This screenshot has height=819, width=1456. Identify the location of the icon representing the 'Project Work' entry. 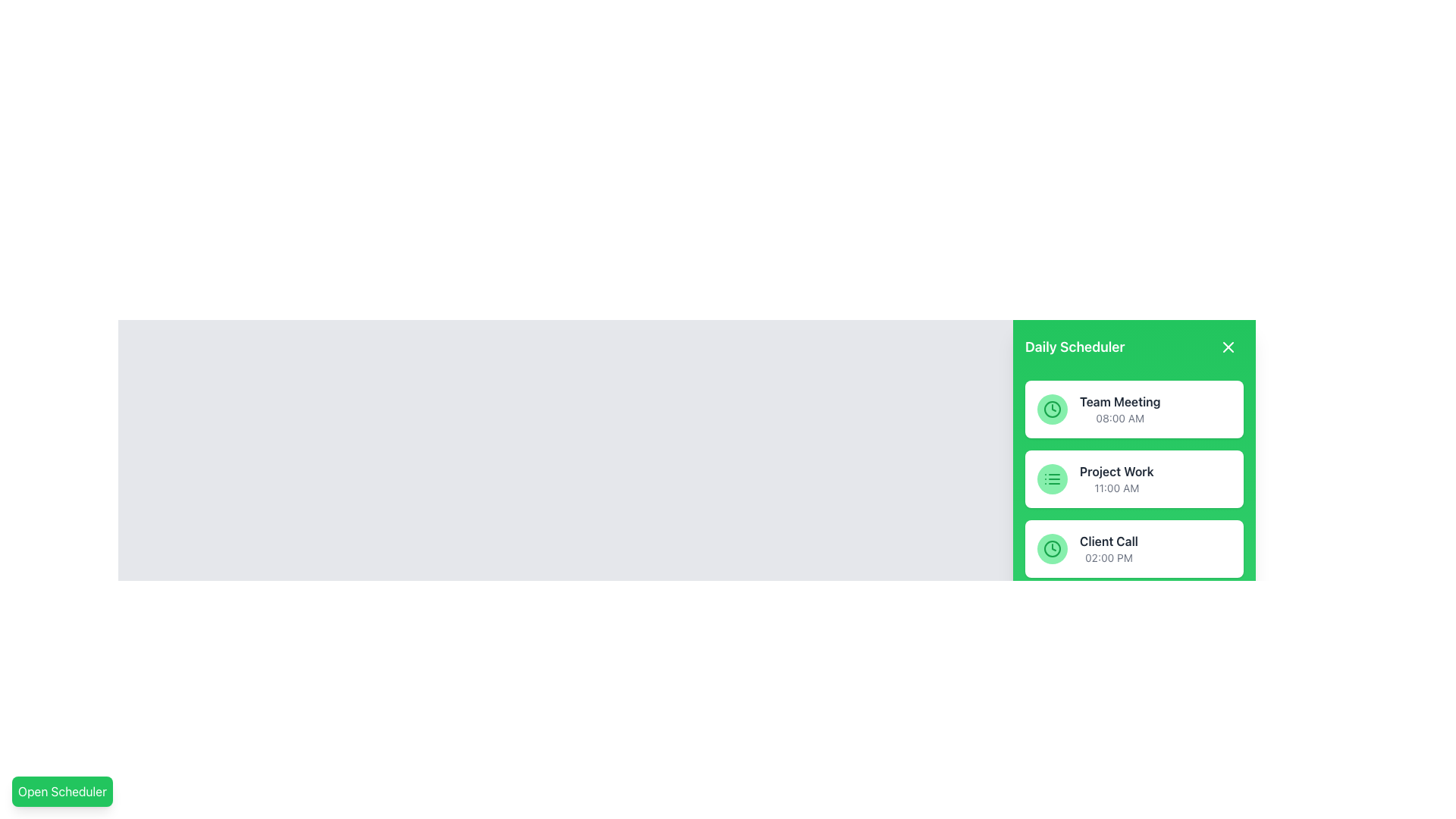
(1051, 479).